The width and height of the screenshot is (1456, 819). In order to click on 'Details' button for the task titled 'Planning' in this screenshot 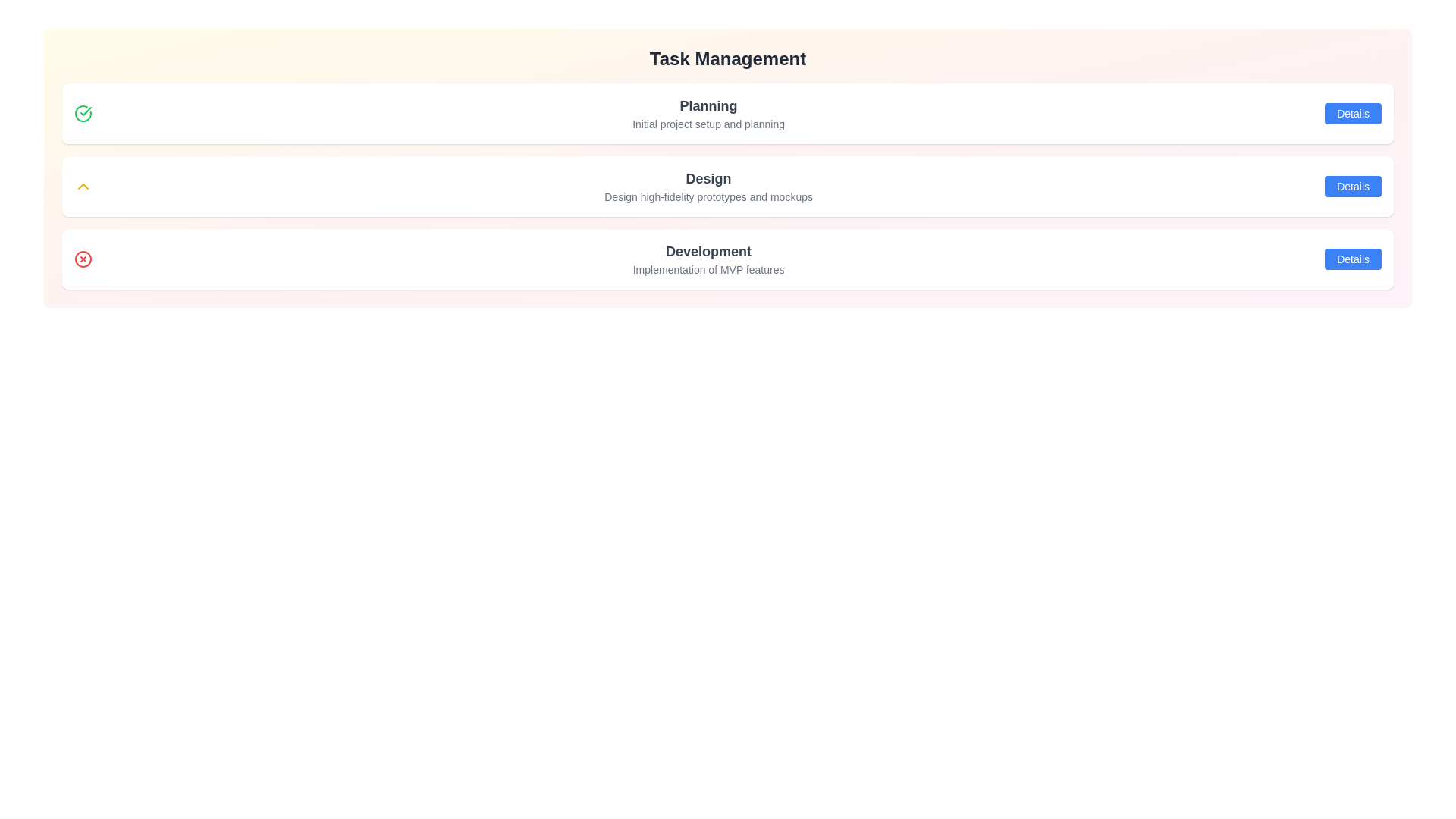, I will do `click(1353, 113)`.